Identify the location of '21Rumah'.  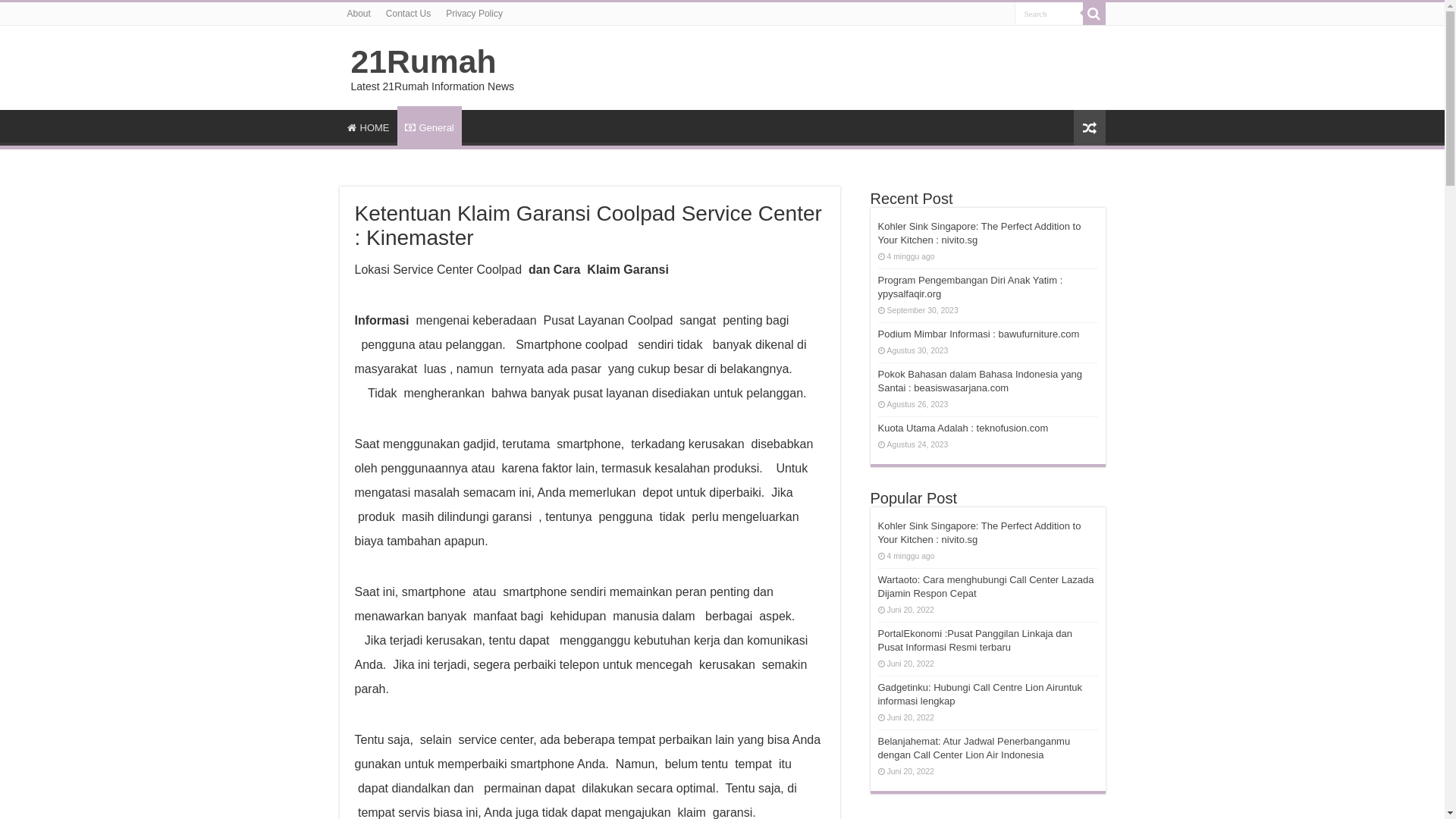
(422, 61).